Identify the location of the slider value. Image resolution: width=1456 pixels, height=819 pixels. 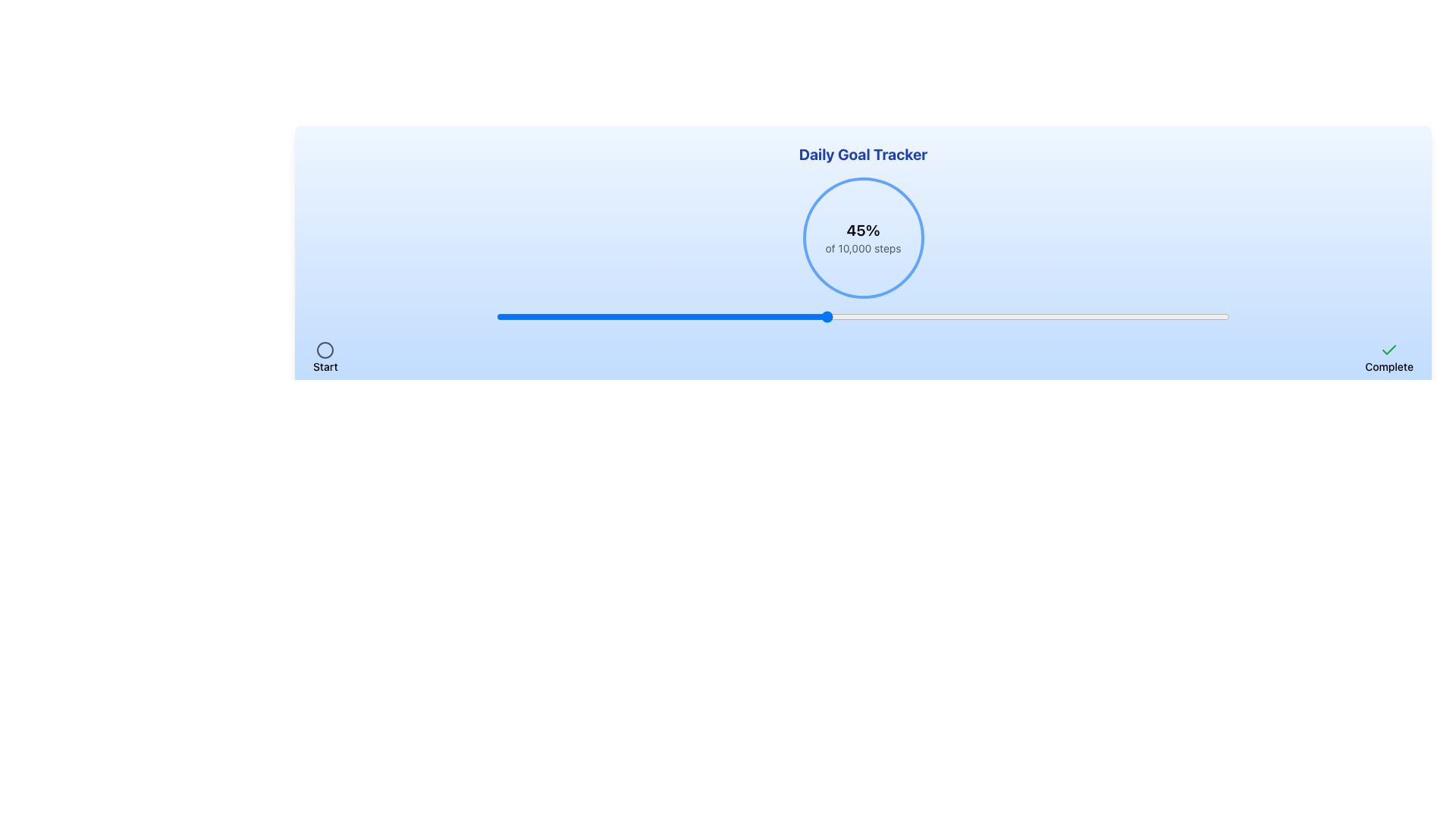
(871, 315).